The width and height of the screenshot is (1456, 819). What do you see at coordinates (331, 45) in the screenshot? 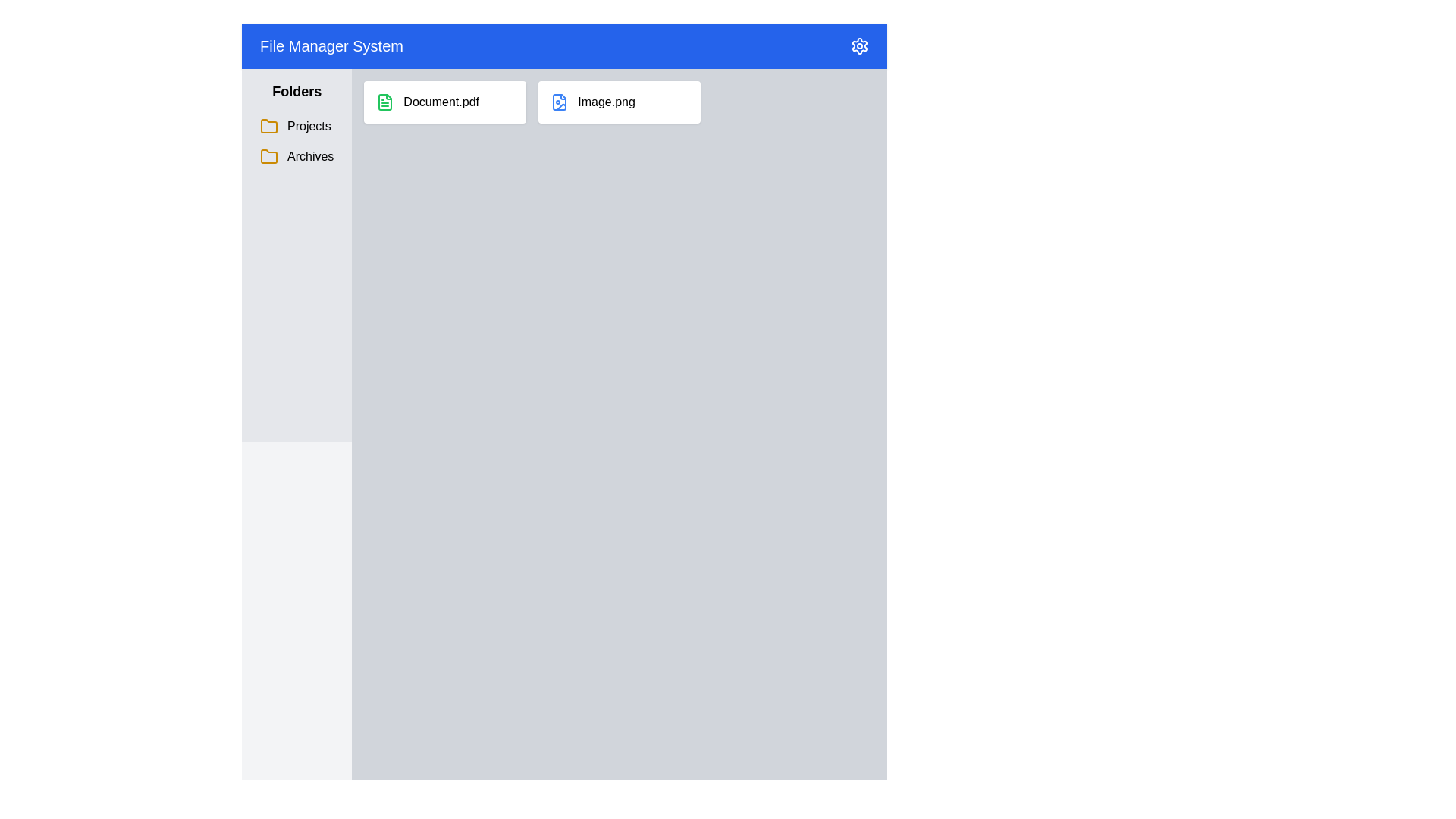
I see `the text heading 'File Manager System' located in the top navigation bar with a blue background` at bounding box center [331, 45].